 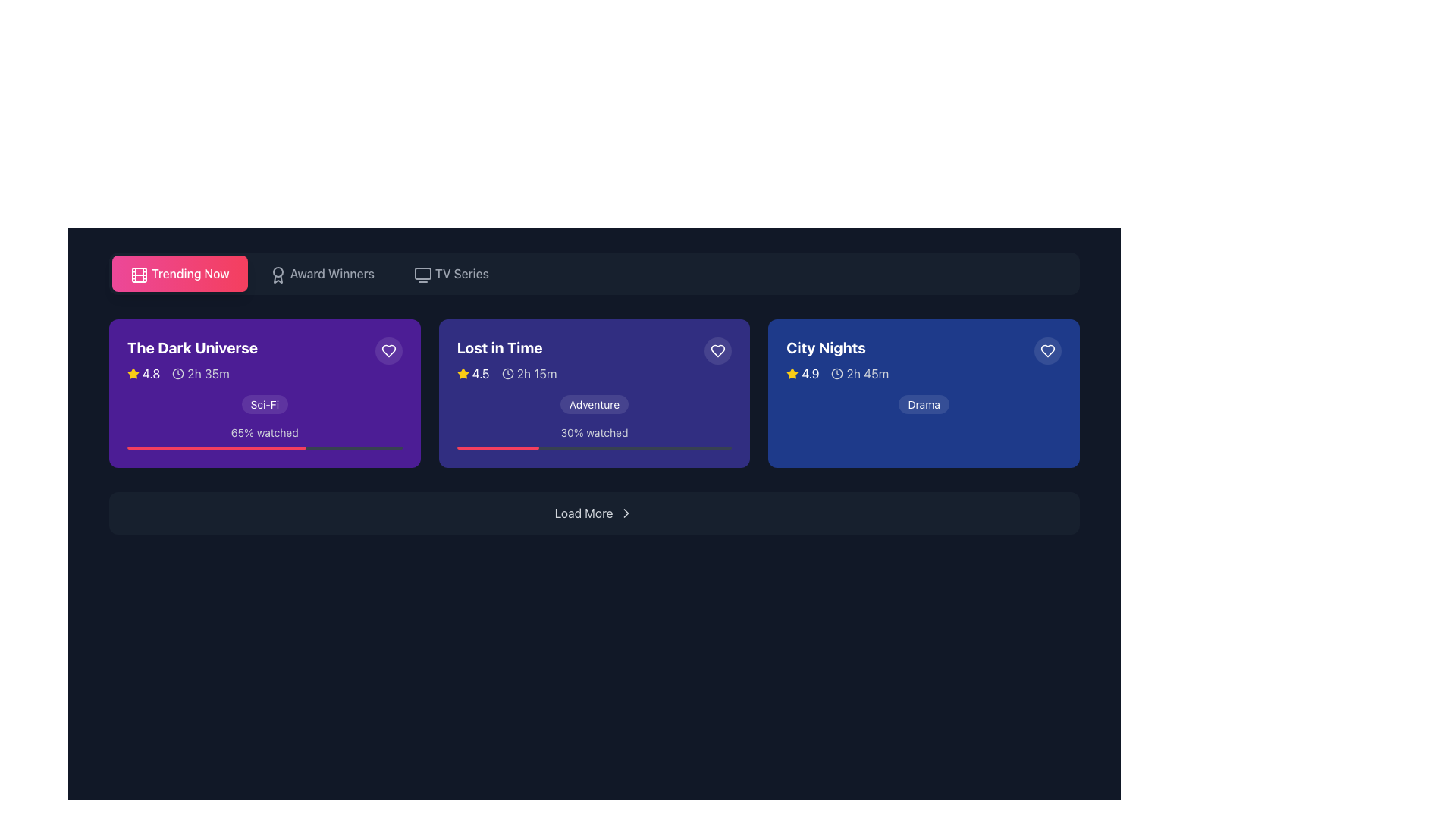 What do you see at coordinates (265, 447) in the screenshot?
I see `the progress bar indicating '65% watched' located in the card titled 'The Dark Universe', positioned at the bottom of the card` at bounding box center [265, 447].